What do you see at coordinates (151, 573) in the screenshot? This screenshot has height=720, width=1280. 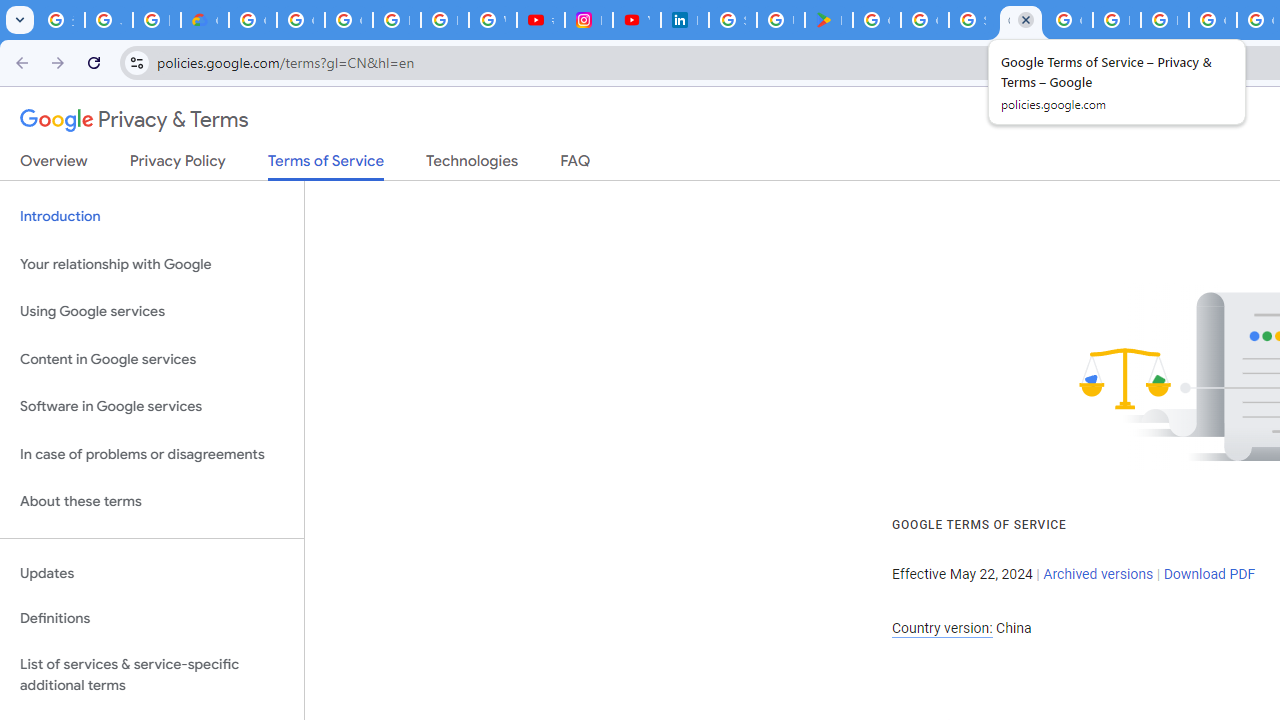 I see `'Updates'` at bounding box center [151, 573].